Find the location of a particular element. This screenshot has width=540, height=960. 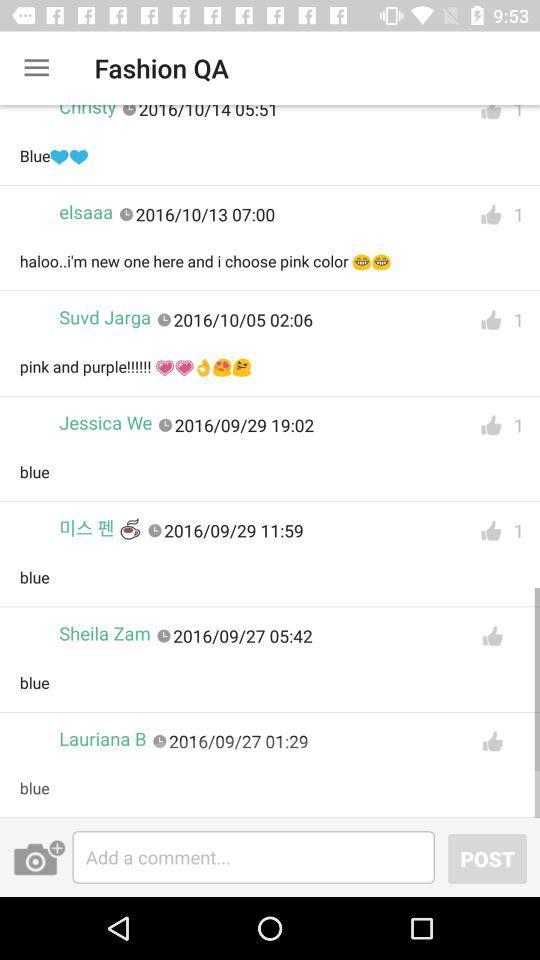

the lauriana b icon is located at coordinates (102, 738).